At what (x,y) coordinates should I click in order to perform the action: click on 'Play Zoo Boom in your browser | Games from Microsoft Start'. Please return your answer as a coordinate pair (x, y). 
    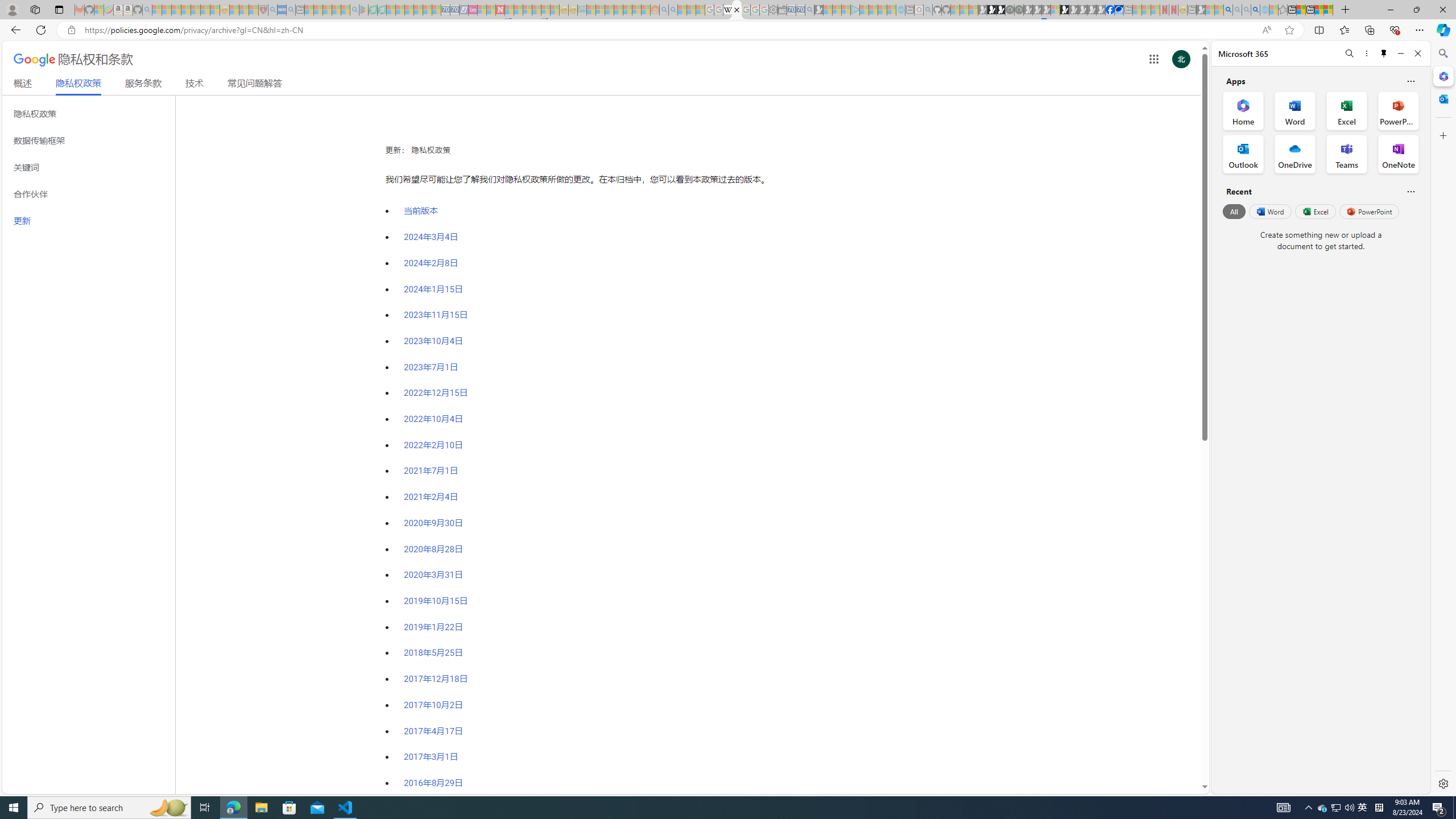
    Looking at the image, I should click on (992, 9).